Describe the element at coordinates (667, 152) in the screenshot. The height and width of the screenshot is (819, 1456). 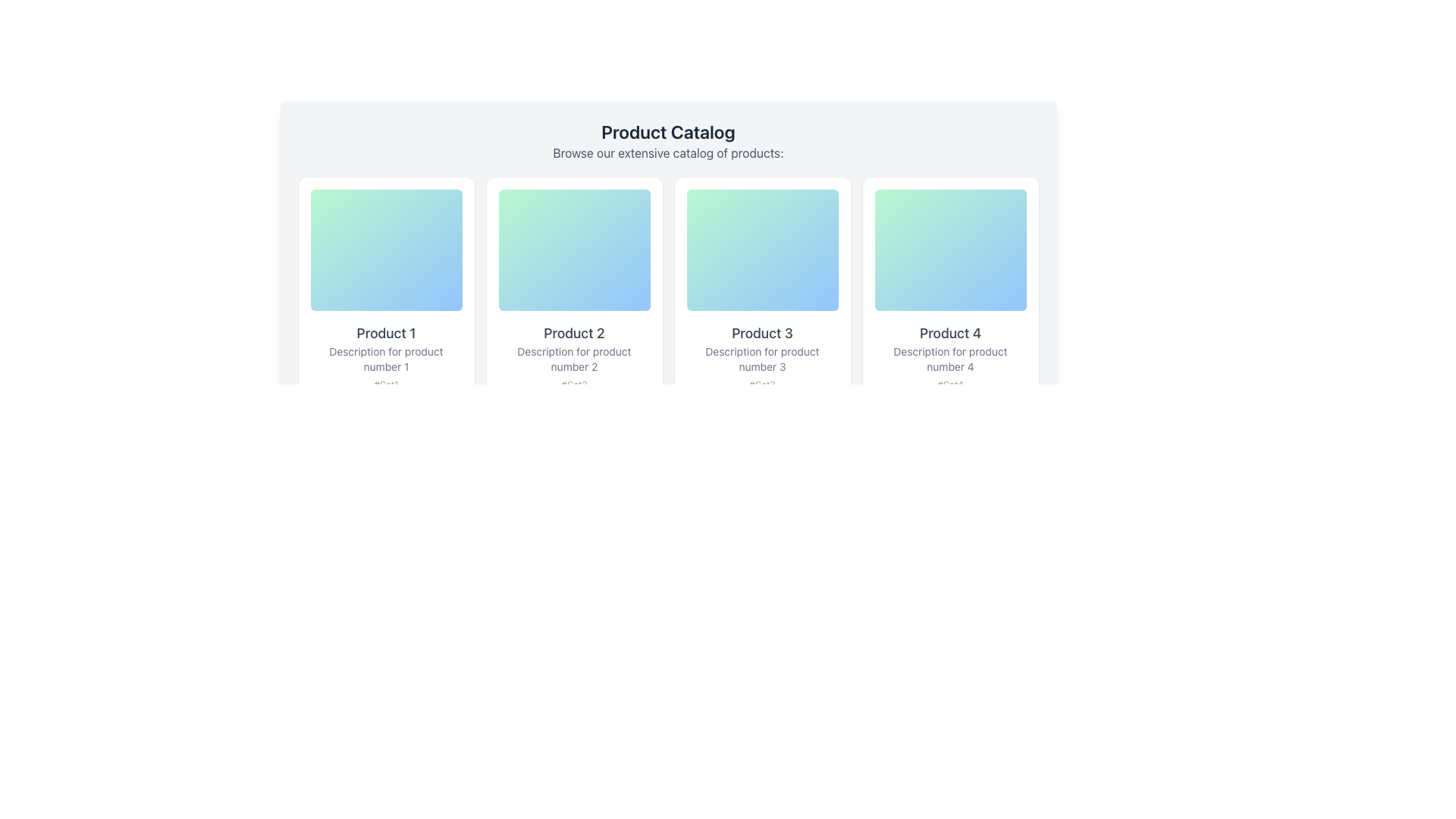
I see `text line that states 'Browse our extensive catalog of products:' which is styled in gray and located directly under the heading 'Product Catalog'` at that location.